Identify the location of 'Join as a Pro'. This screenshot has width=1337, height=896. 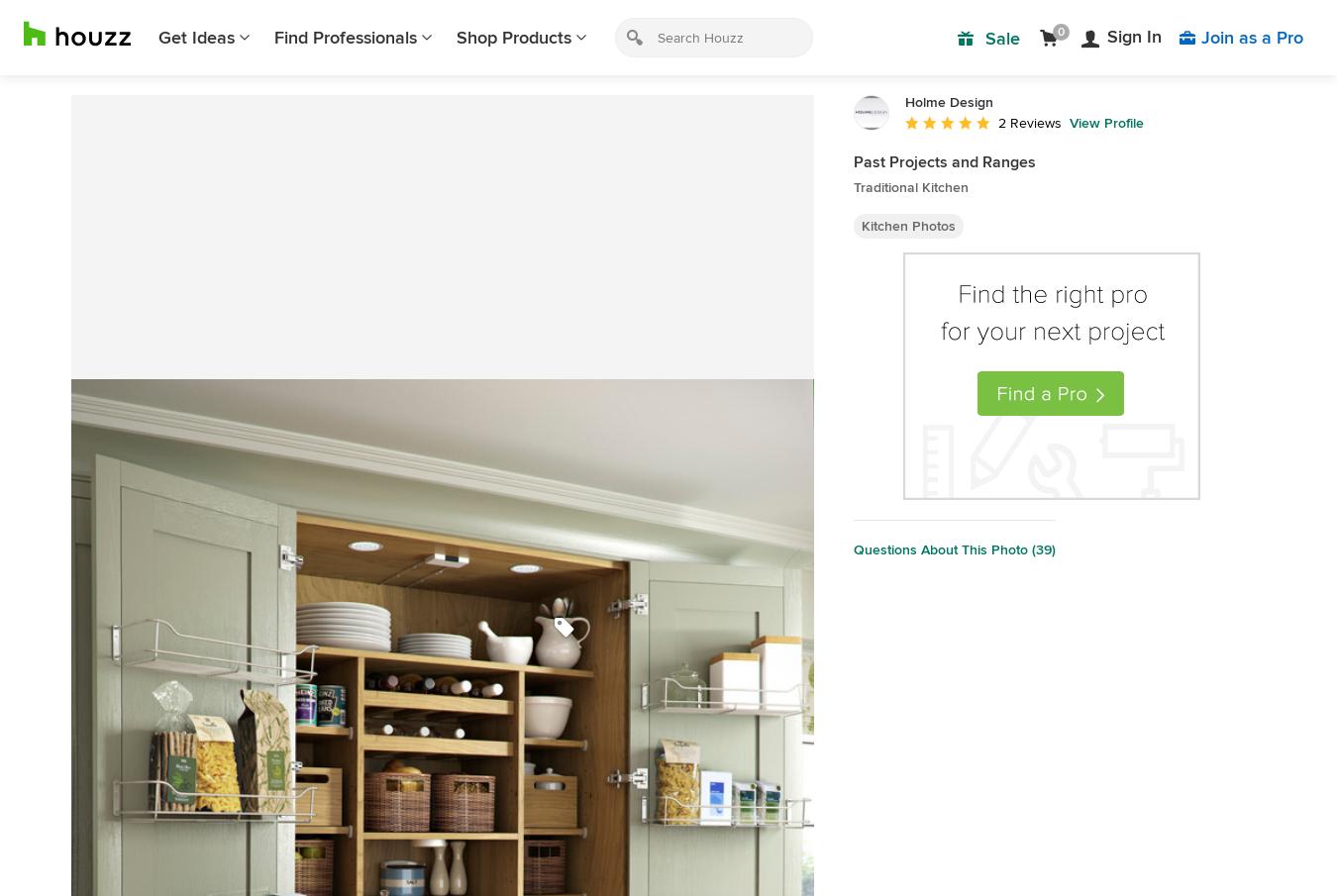
(1252, 37).